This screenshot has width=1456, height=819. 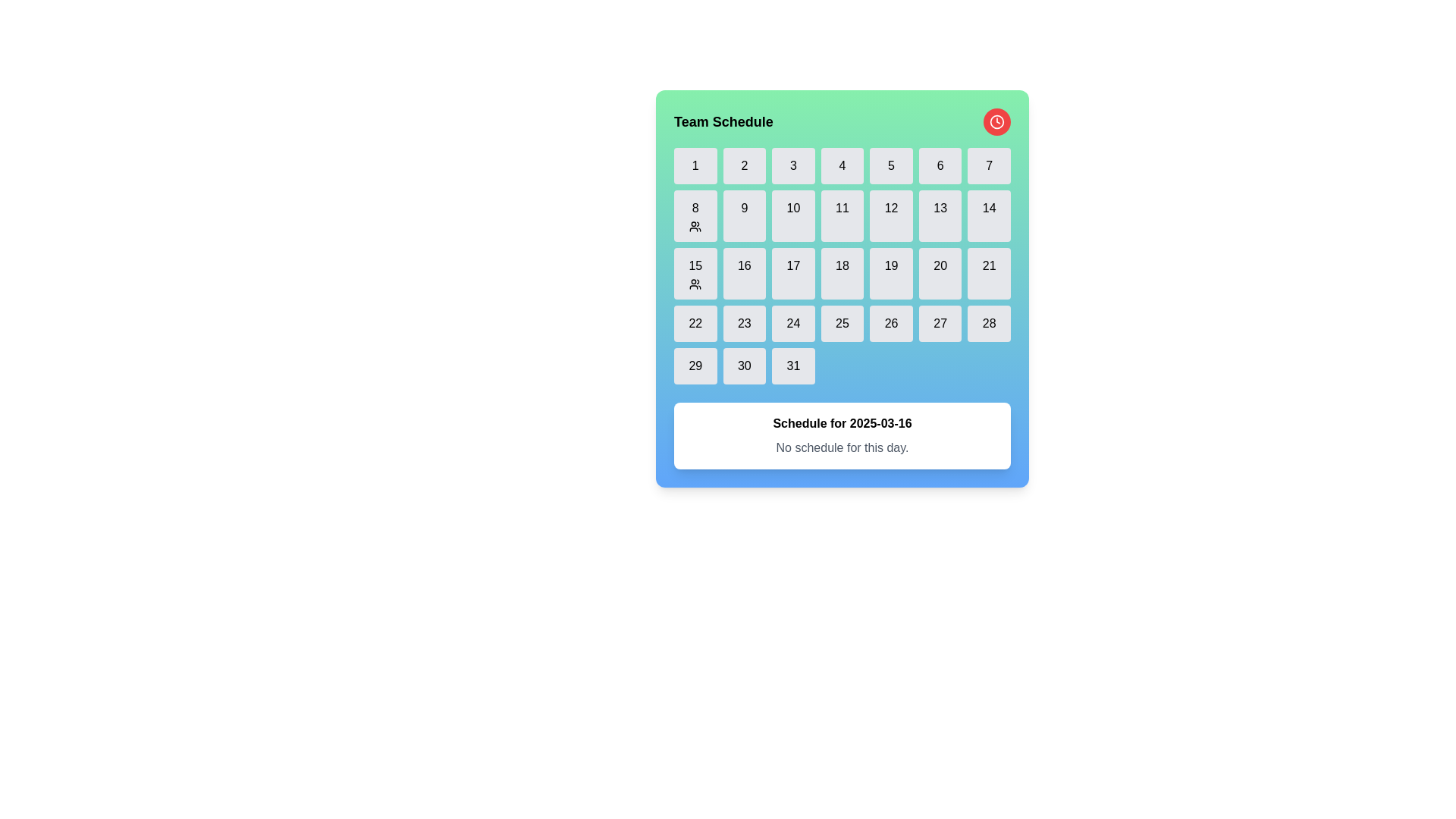 I want to click on the second box in the last row of the calendar grid, which represents a specific date in the calendar interface, so click(x=744, y=366).